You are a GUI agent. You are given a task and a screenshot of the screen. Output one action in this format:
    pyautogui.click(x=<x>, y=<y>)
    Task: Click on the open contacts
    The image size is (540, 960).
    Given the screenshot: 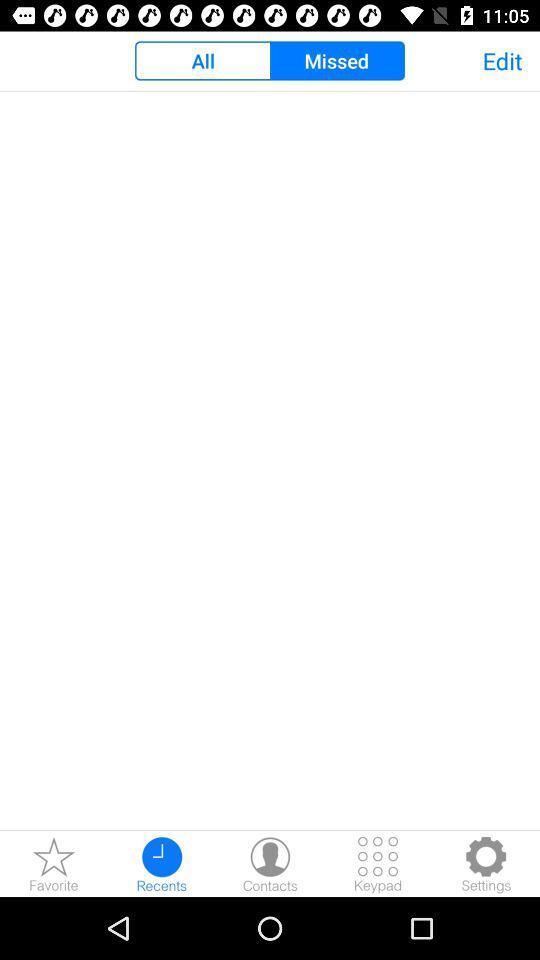 What is the action you would take?
    pyautogui.click(x=270, y=863)
    